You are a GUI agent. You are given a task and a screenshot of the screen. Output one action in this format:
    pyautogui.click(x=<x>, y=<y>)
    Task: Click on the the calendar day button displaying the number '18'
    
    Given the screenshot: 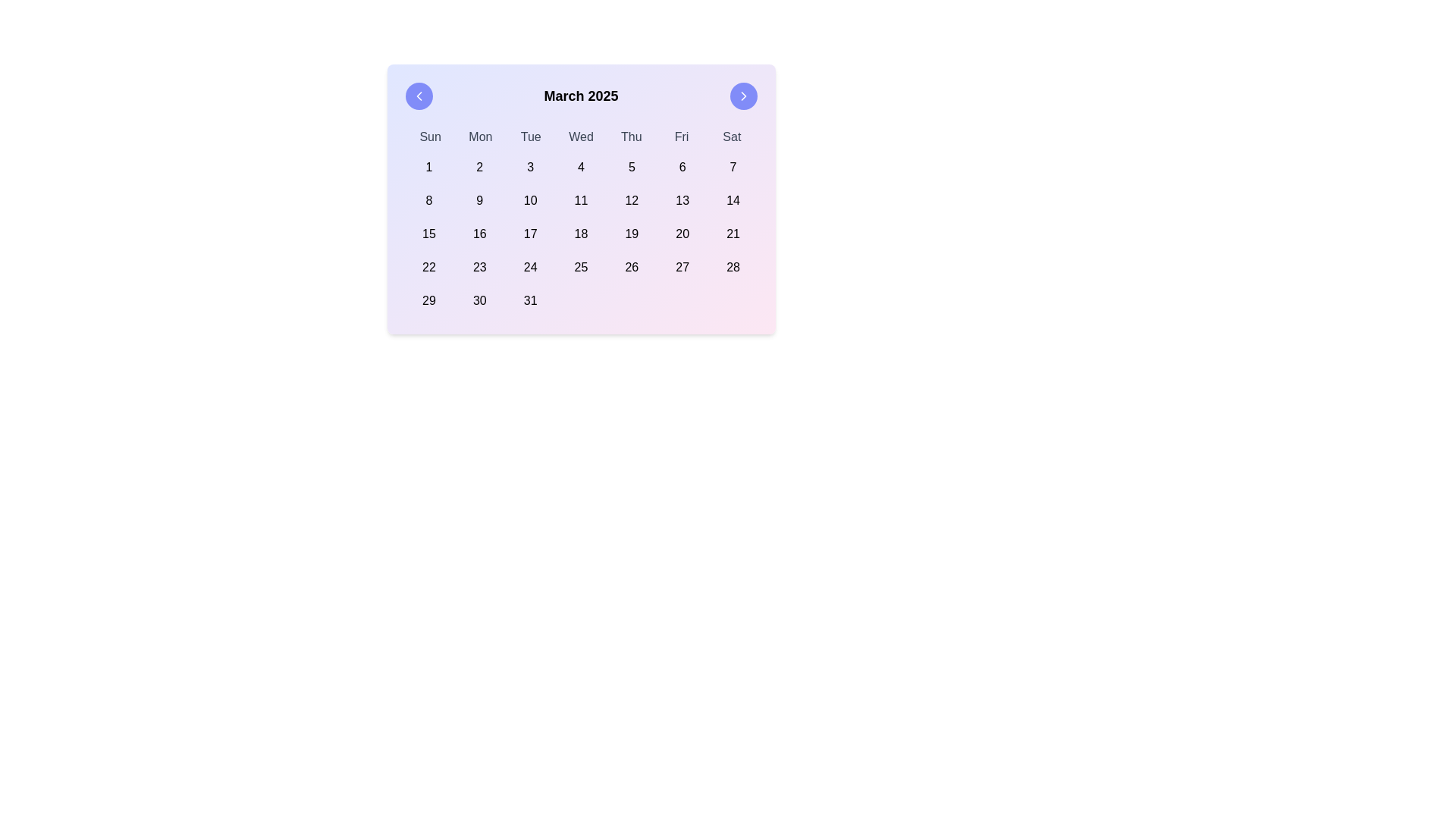 What is the action you would take?
    pyautogui.click(x=580, y=234)
    